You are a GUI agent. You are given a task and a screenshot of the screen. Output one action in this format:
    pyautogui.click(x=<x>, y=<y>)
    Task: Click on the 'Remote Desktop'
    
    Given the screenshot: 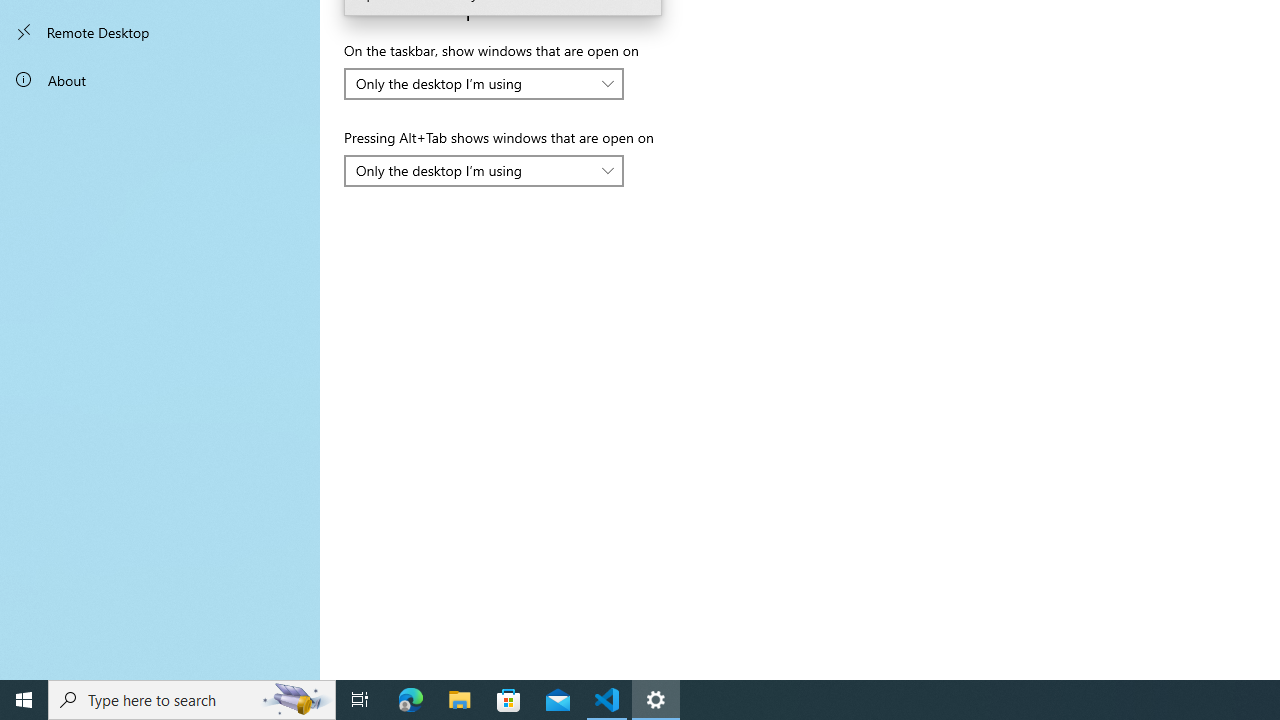 What is the action you would take?
    pyautogui.click(x=160, y=32)
    